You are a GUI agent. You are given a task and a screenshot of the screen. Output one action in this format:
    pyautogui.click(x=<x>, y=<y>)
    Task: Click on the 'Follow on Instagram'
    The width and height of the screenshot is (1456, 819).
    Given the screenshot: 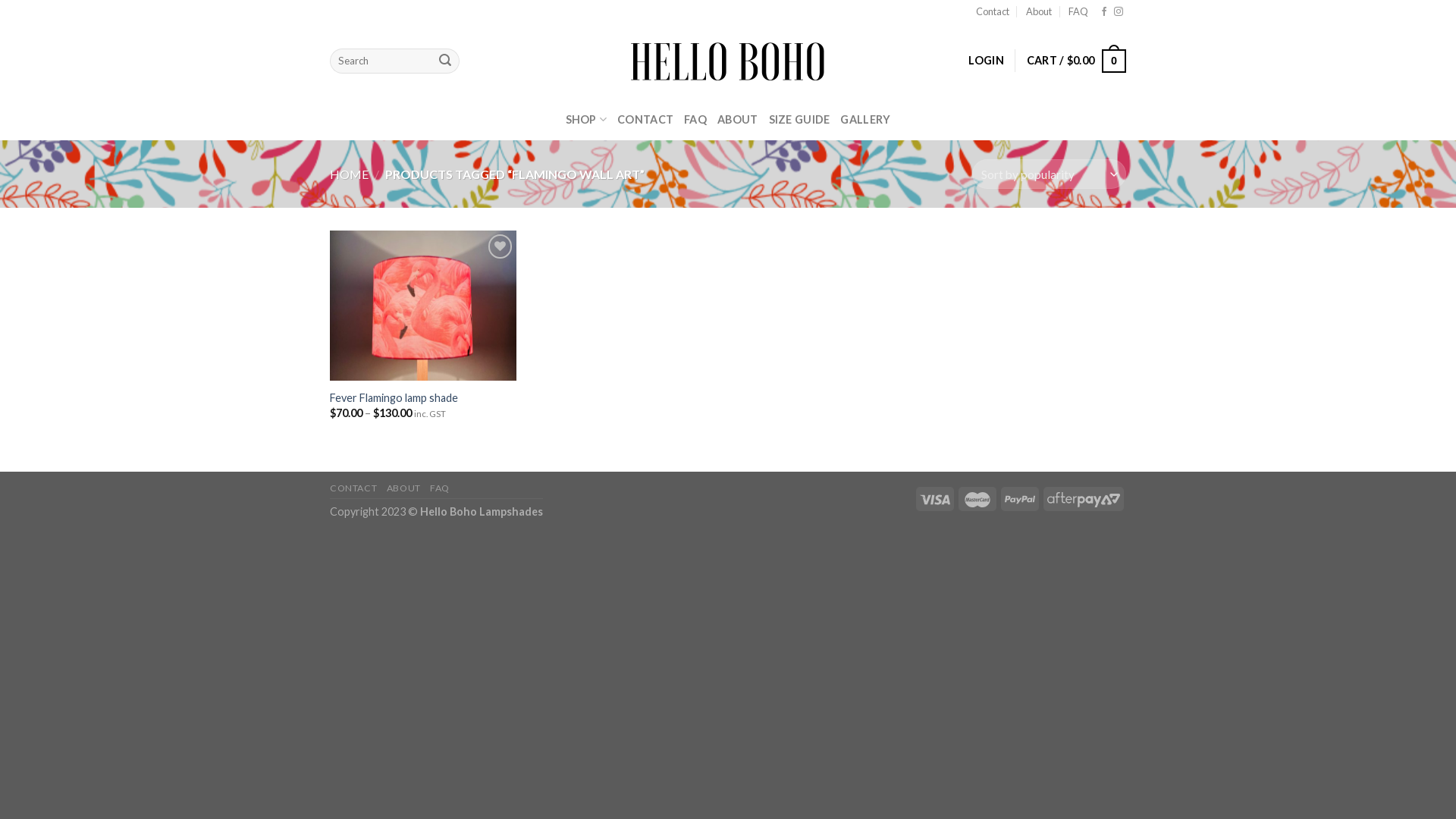 What is the action you would take?
    pyautogui.click(x=1113, y=11)
    